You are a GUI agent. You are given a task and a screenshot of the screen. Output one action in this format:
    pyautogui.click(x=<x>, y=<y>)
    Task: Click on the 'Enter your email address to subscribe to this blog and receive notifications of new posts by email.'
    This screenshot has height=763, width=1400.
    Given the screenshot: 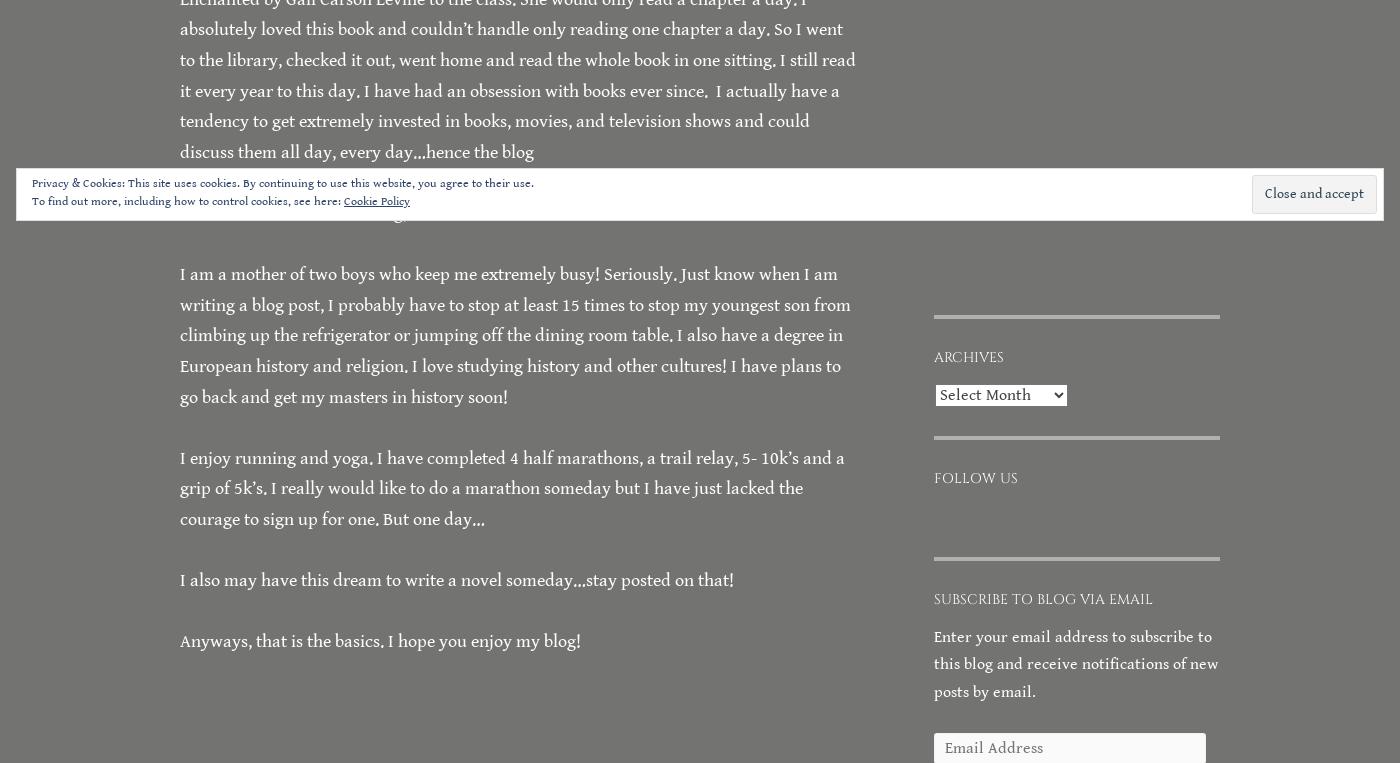 What is the action you would take?
    pyautogui.click(x=1076, y=663)
    